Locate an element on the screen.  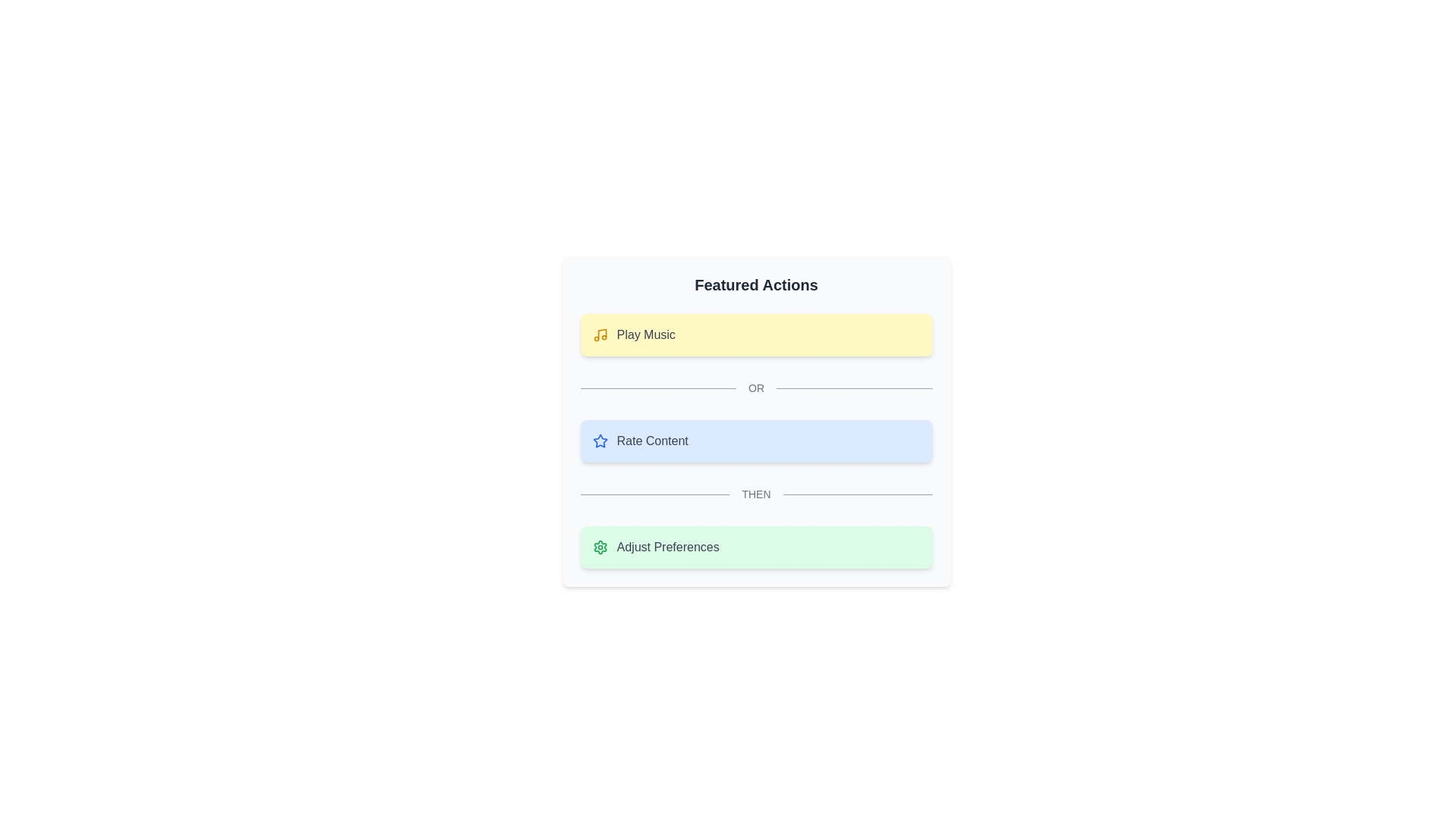
the 'Play Music' text label, which is styled with a medium gray font and displayed on a yellow background within the 'Featured Actions' section is located at coordinates (646, 334).